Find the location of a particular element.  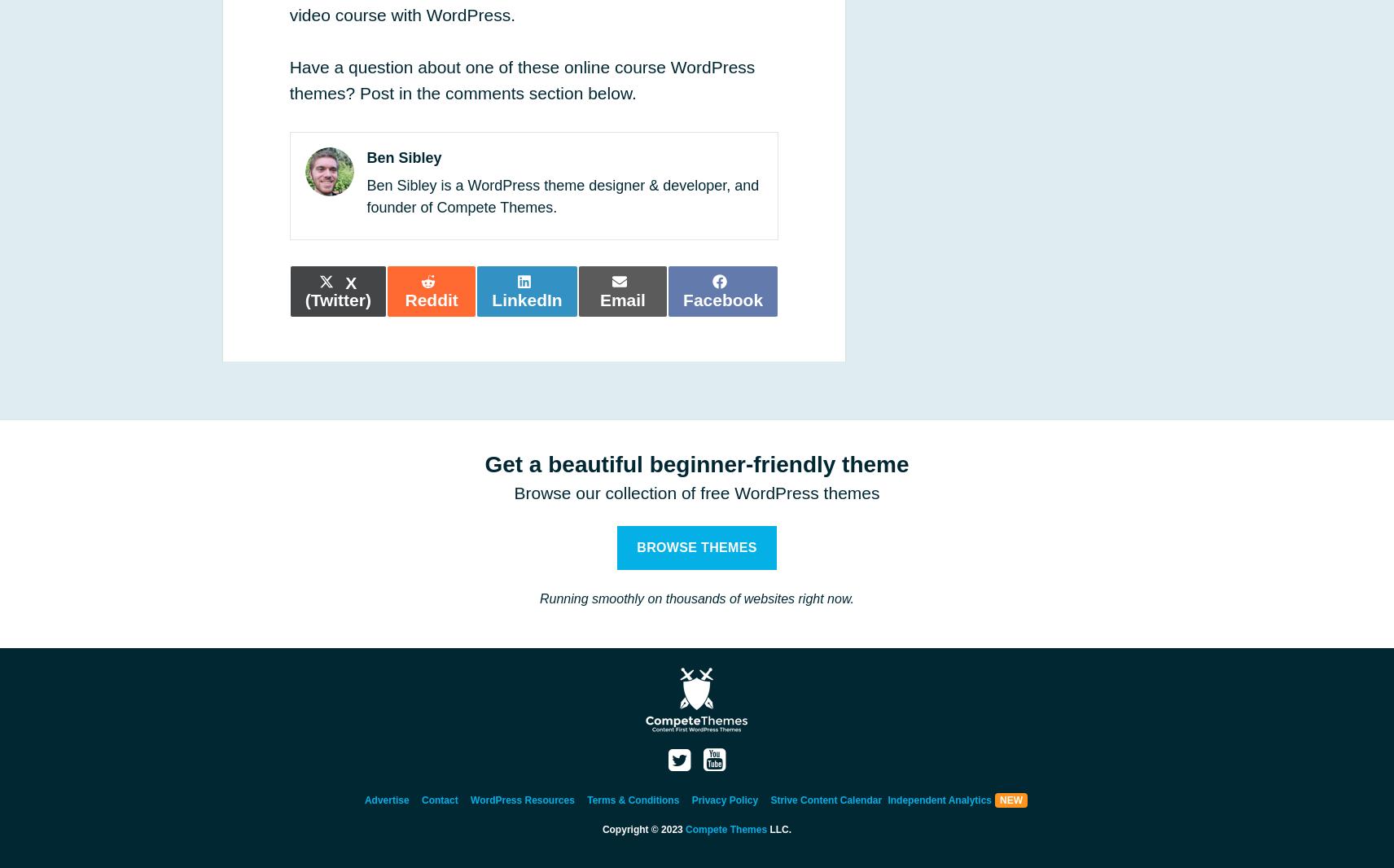

'Reddit' is located at coordinates (430, 300).